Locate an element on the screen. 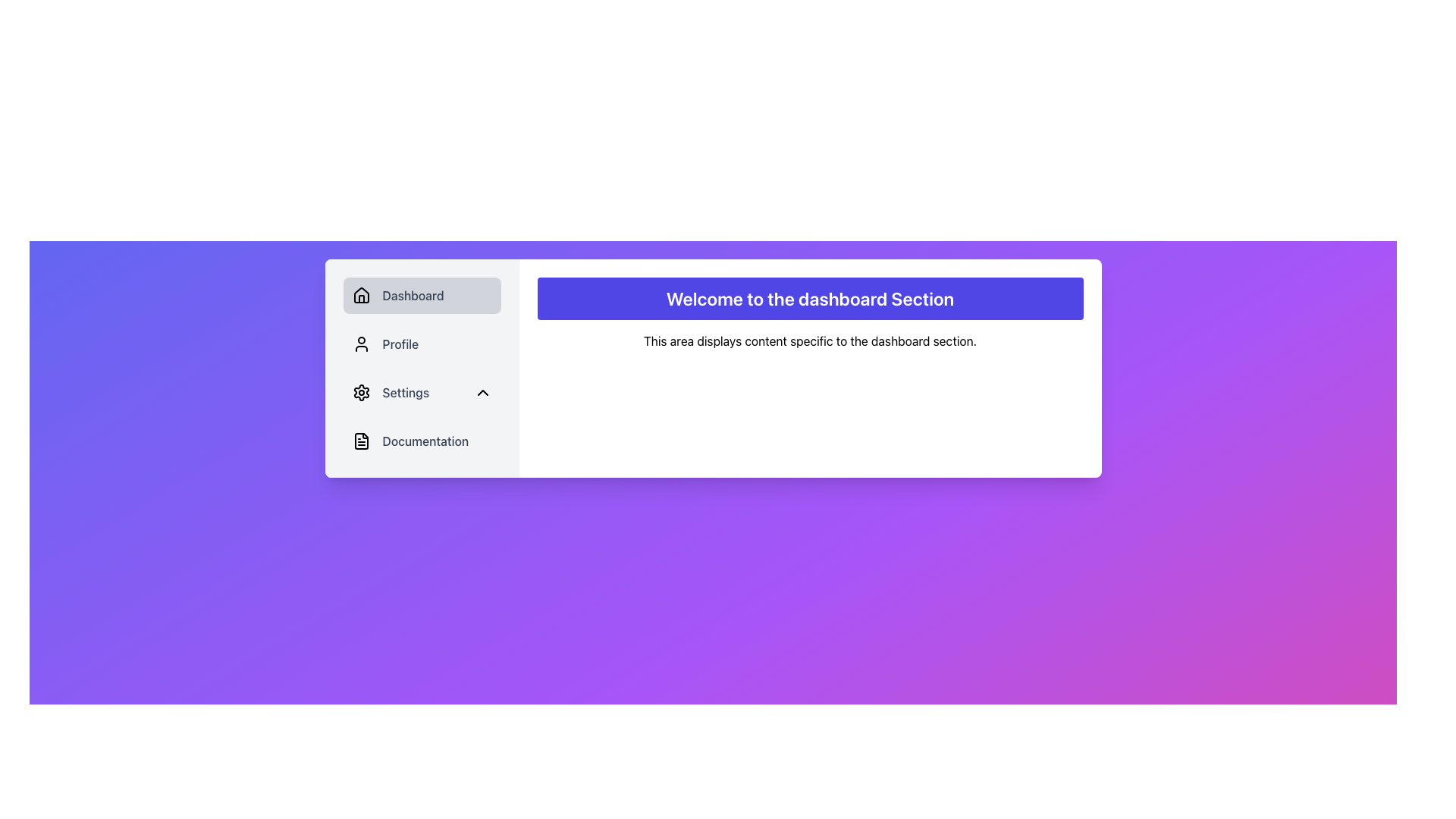 The width and height of the screenshot is (1456, 819). the upward chevron icon located to the right of the 'Settings' label is located at coordinates (482, 391).